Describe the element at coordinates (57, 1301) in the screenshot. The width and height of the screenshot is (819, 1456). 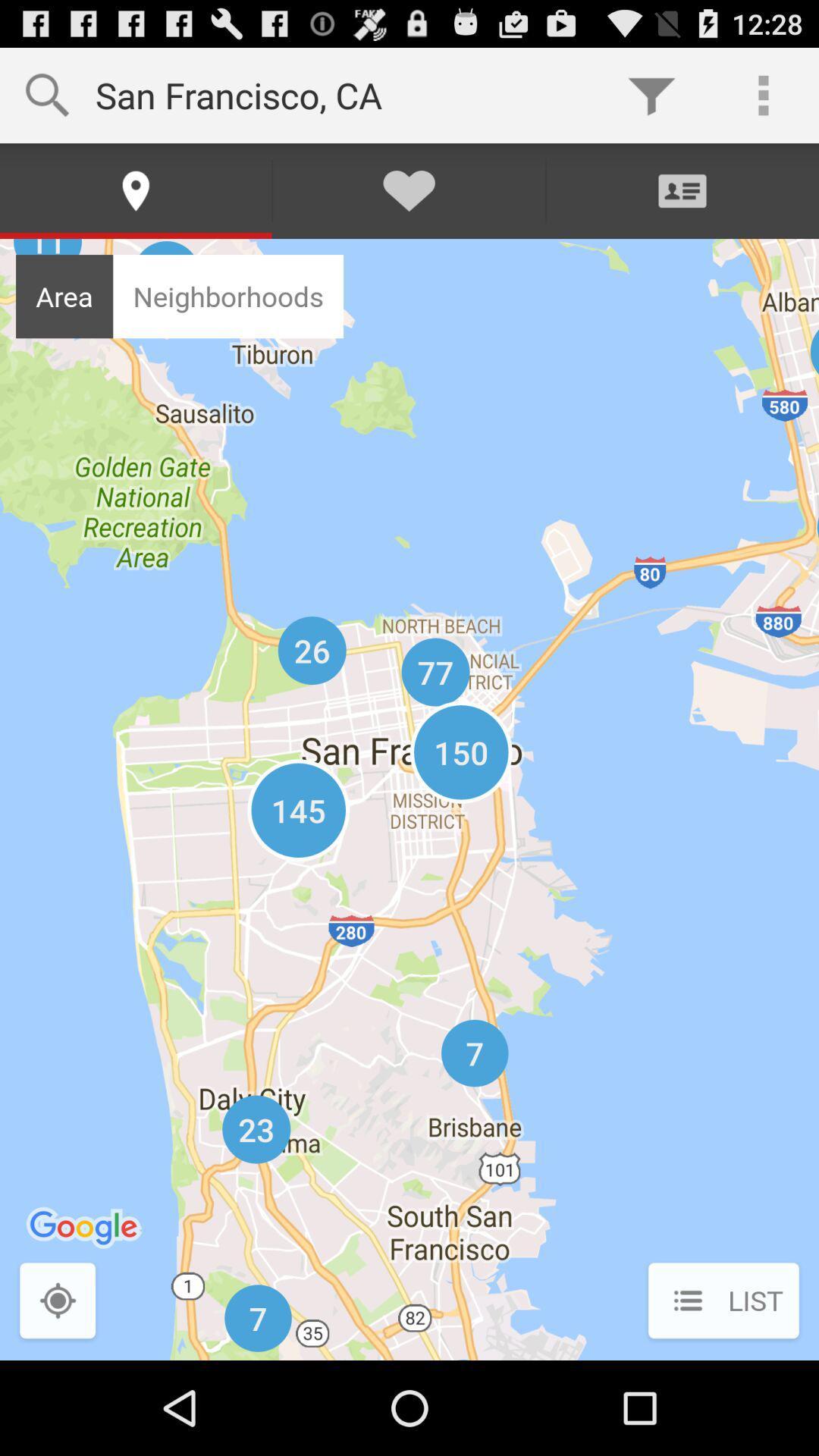
I see `turn on gps` at that location.